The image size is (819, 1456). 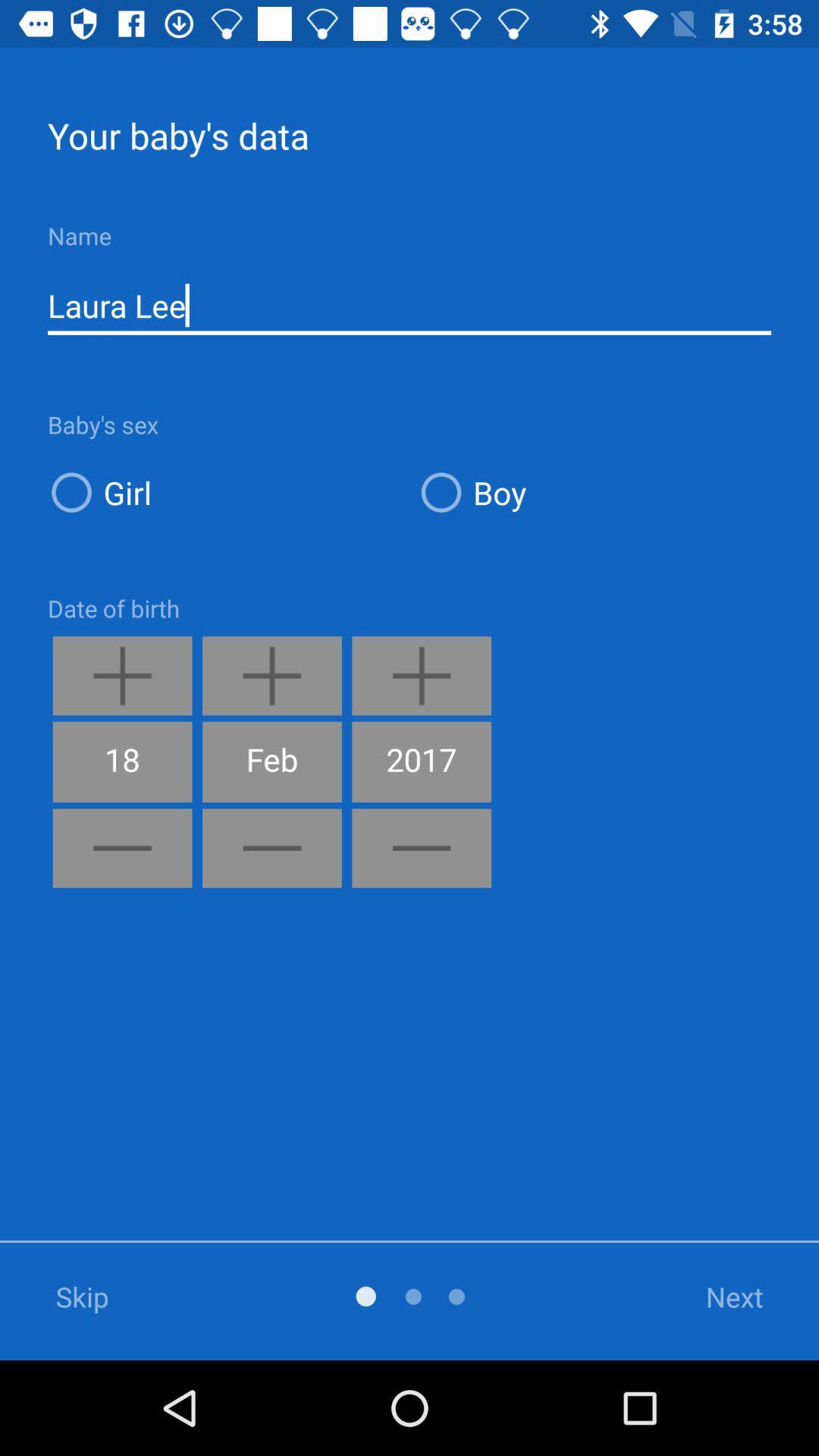 What do you see at coordinates (271, 761) in the screenshot?
I see `feb` at bounding box center [271, 761].